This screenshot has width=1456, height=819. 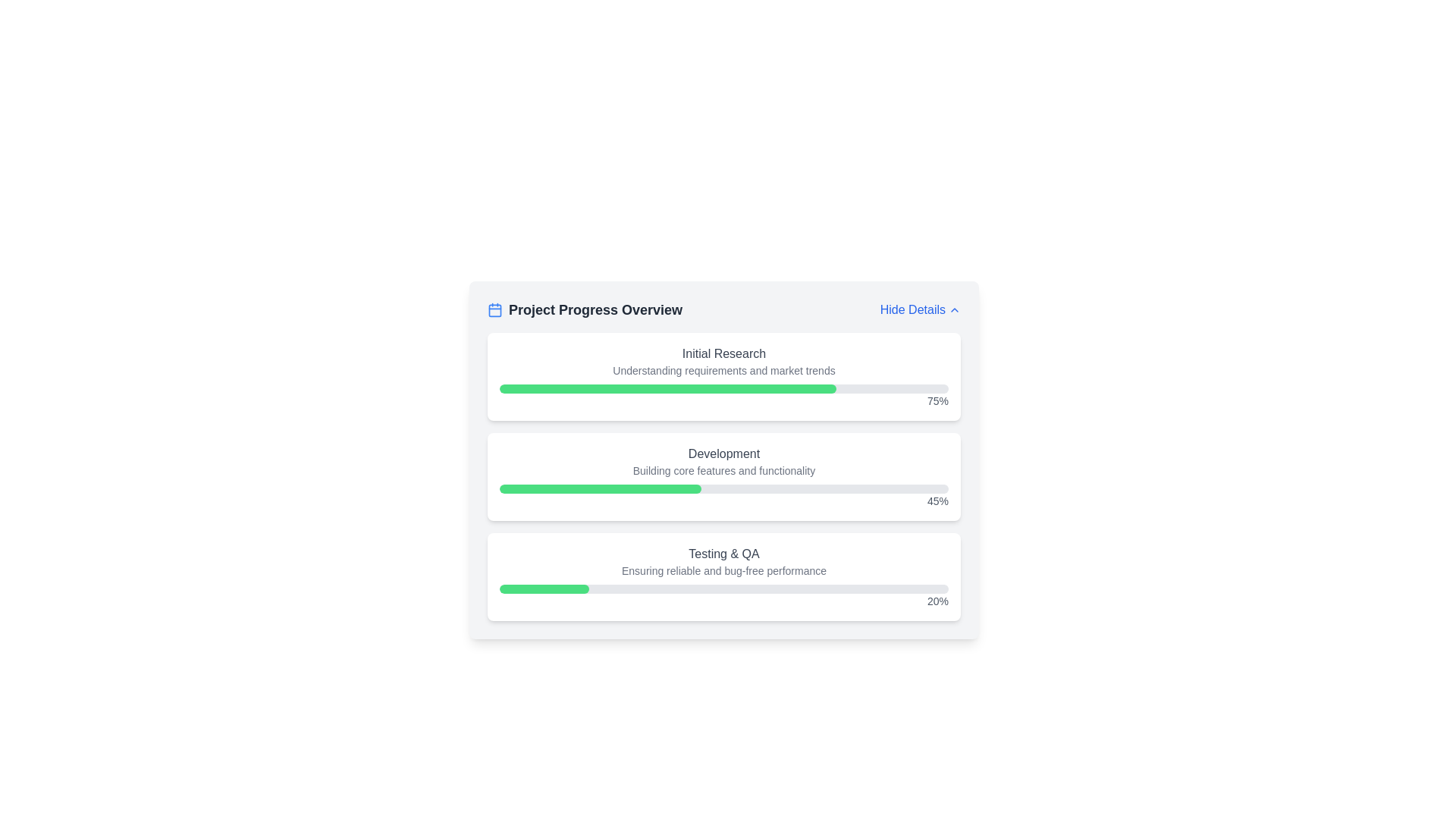 What do you see at coordinates (544, 588) in the screenshot?
I see `the filled portion of the third progress bar labeled 'Testing & QA', which visually indicates 20% completion of a task` at bounding box center [544, 588].